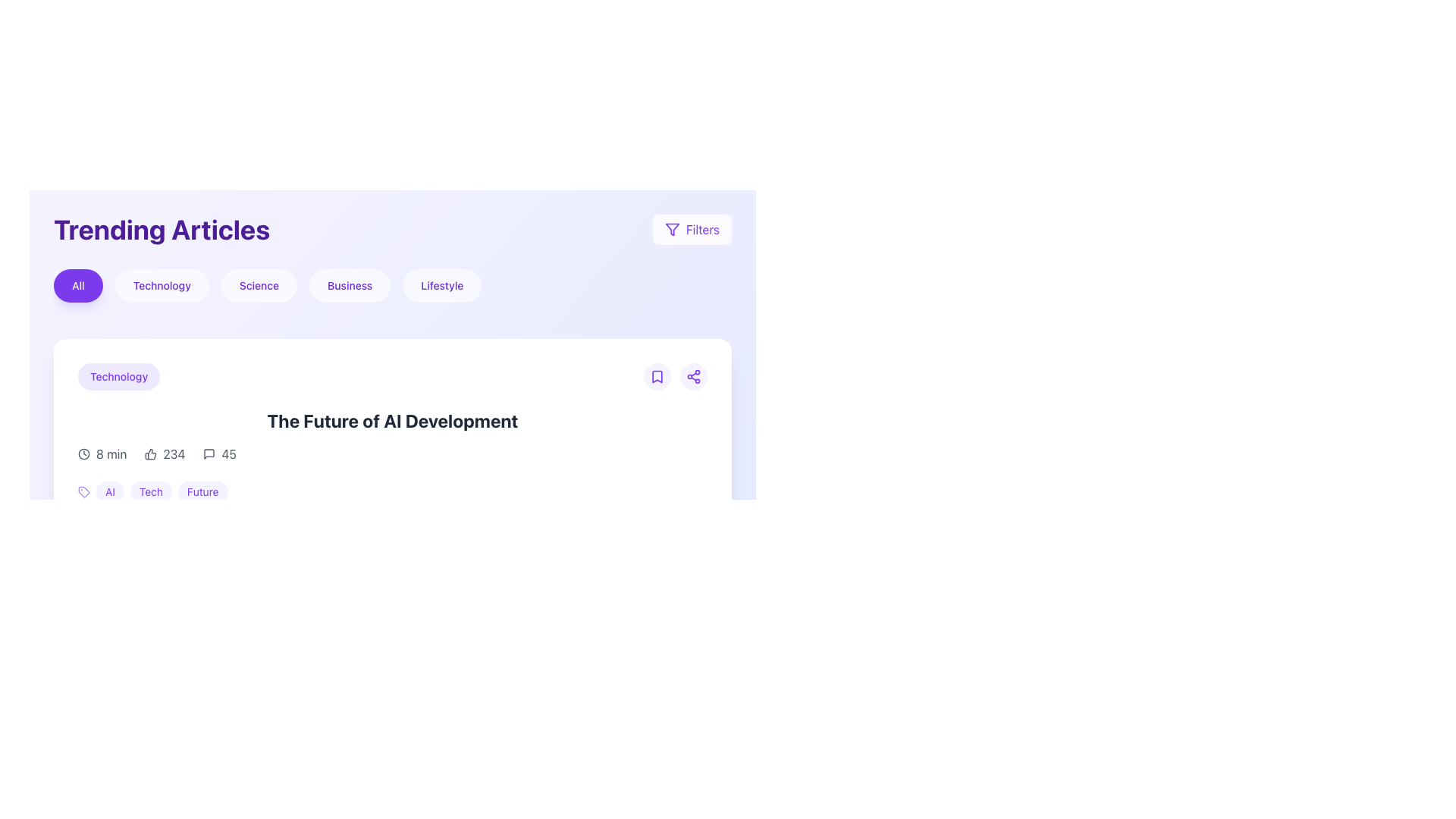  What do you see at coordinates (162, 286) in the screenshot?
I see `the pill-shaped button labeled 'Technology', which is the second button in a horizontal list beneath 'Trending Articles', to change its background color` at bounding box center [162, 286].